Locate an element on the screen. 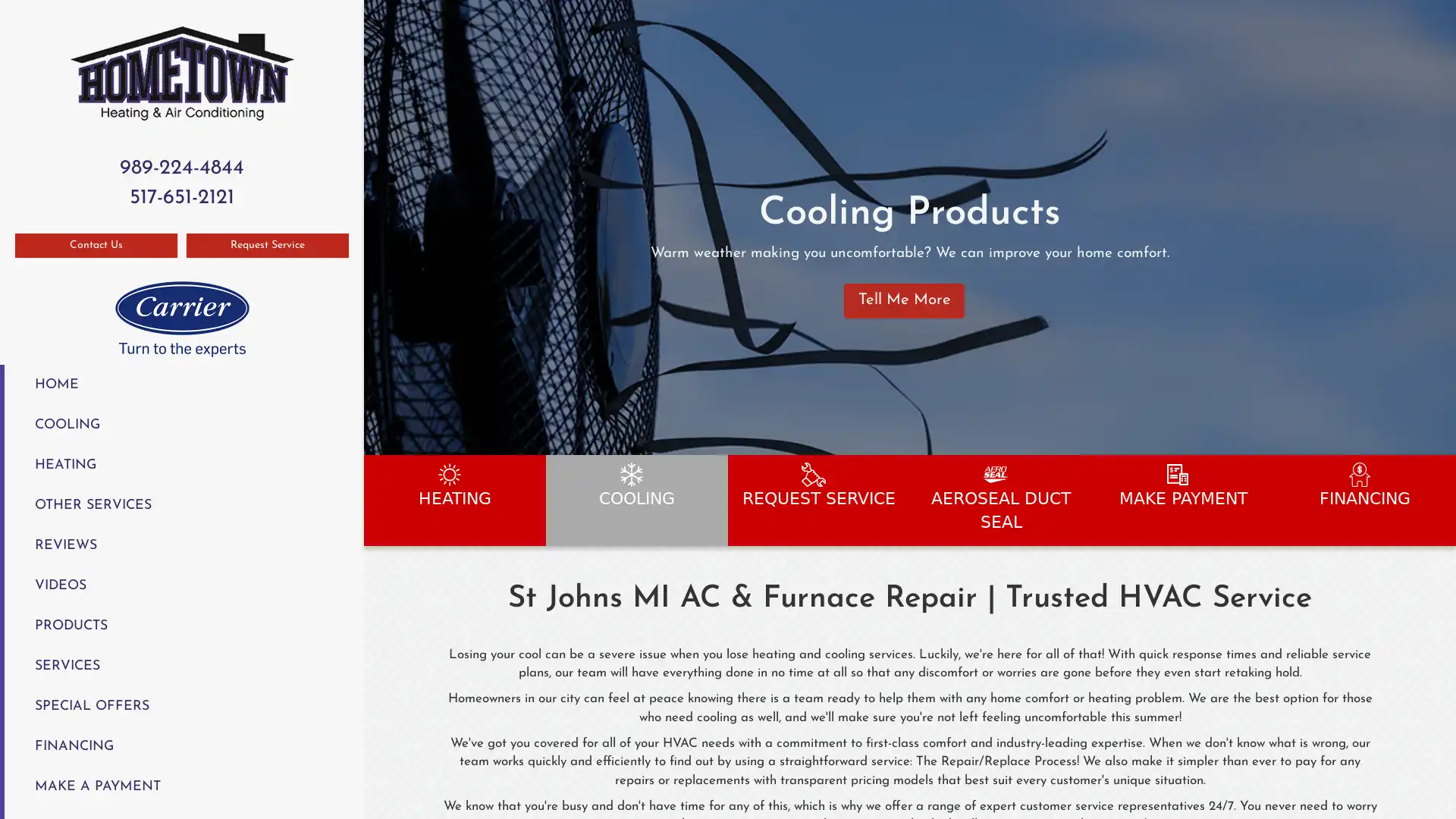 Image resolution: width=1456 pixels, height=819 pixels. Request Service is located at coordinates (268, 244).